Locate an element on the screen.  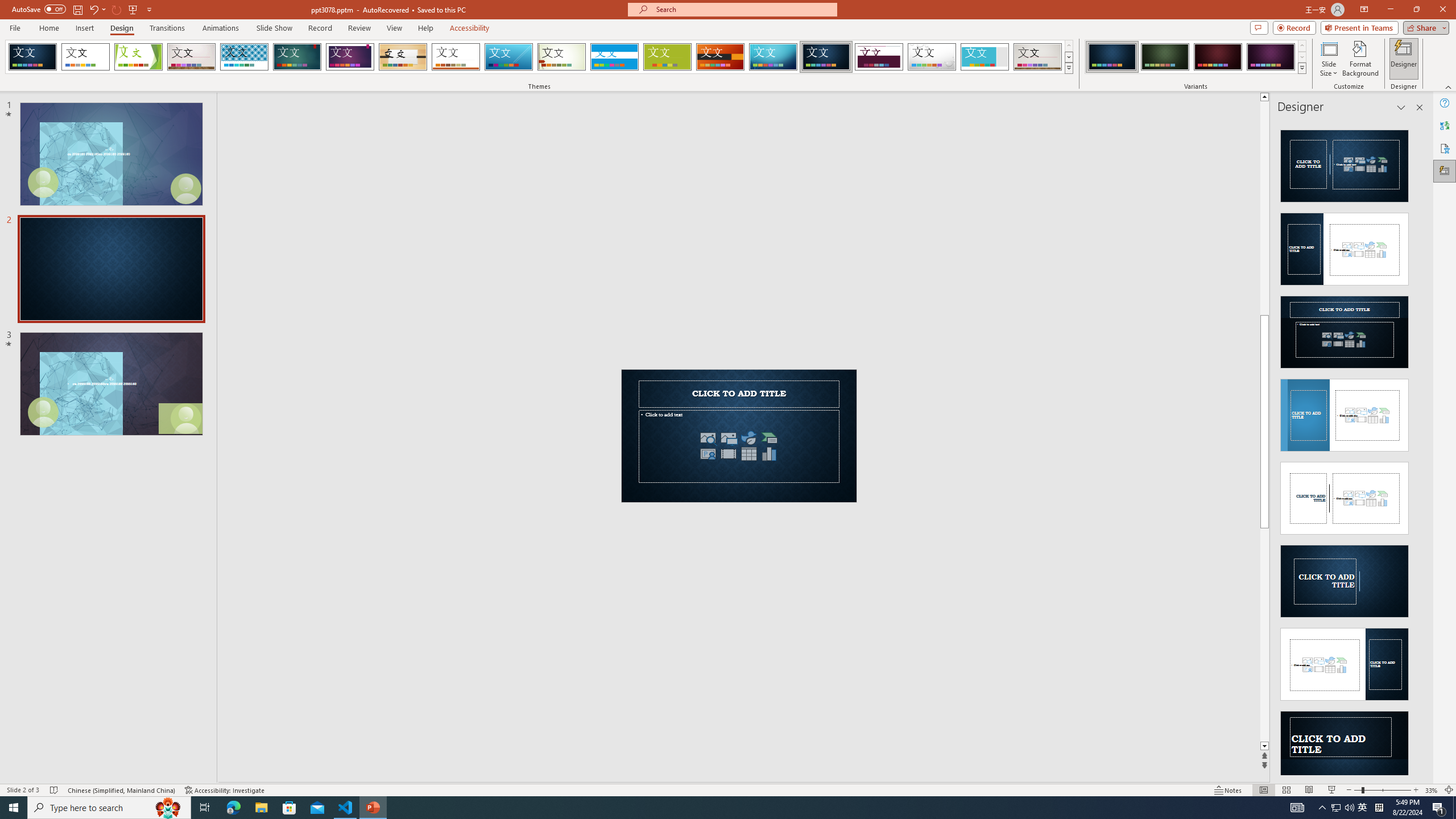
'Slice' is located at coordinates (508, 56).